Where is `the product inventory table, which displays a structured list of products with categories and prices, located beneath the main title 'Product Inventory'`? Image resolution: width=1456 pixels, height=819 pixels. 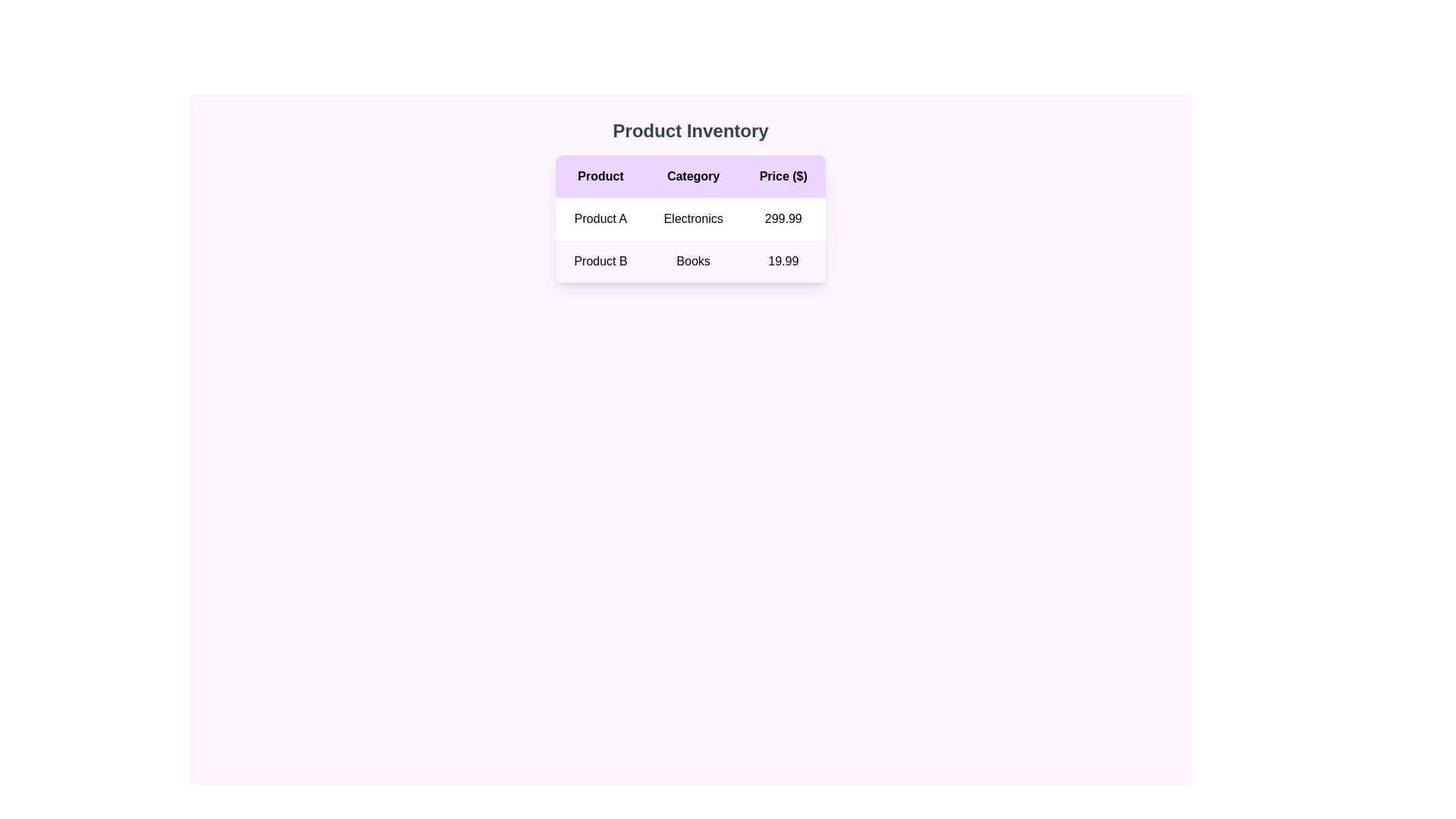 the product inventory table, which displays a structured list of products with categories and prices, located beneath the main title 'Product Inventory' is located at coordinates (690, 219).